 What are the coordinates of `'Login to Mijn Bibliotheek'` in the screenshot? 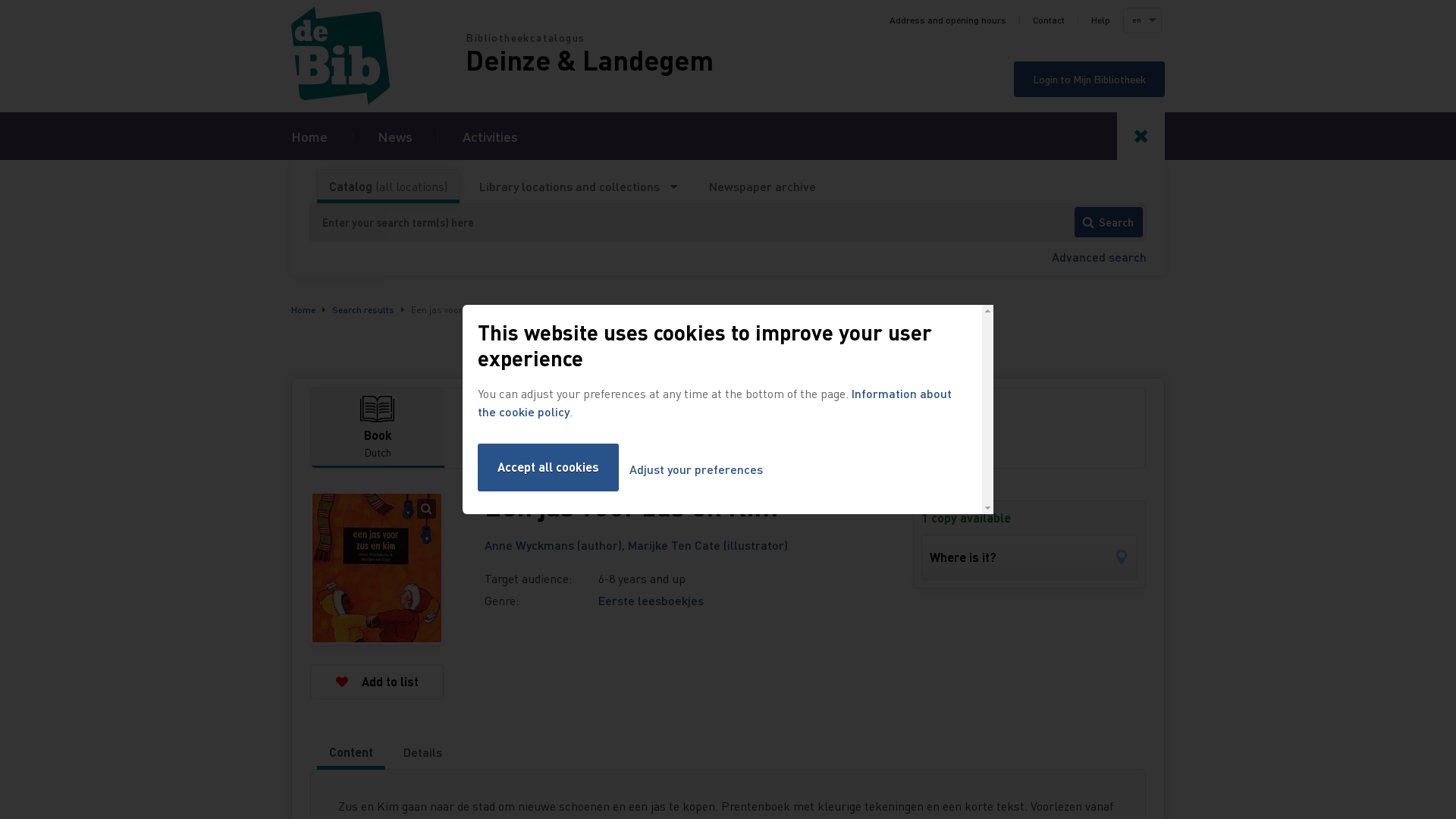 It's located at (1014, 79).